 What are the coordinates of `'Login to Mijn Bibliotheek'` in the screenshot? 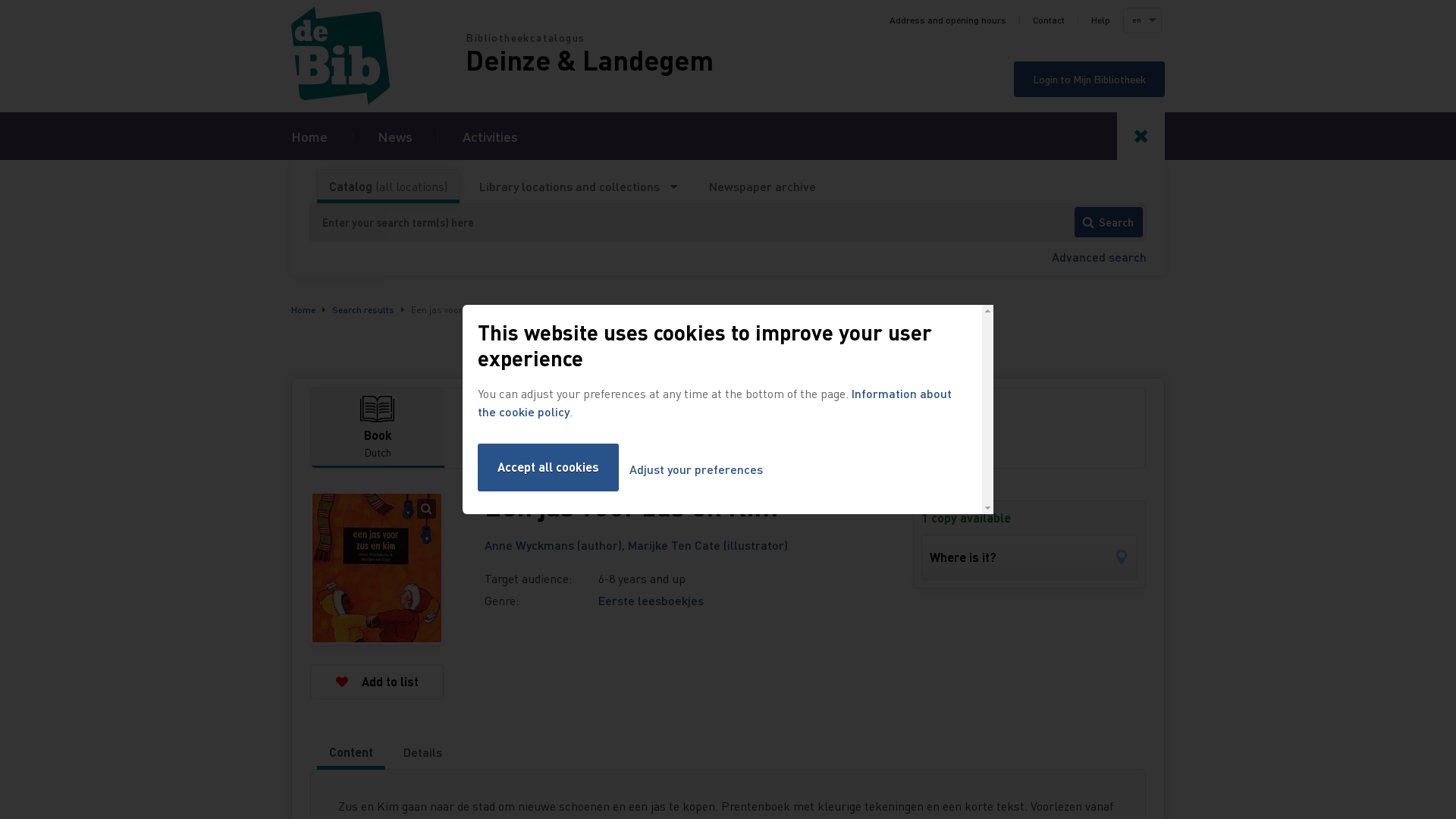 It's located at (1014, 79).